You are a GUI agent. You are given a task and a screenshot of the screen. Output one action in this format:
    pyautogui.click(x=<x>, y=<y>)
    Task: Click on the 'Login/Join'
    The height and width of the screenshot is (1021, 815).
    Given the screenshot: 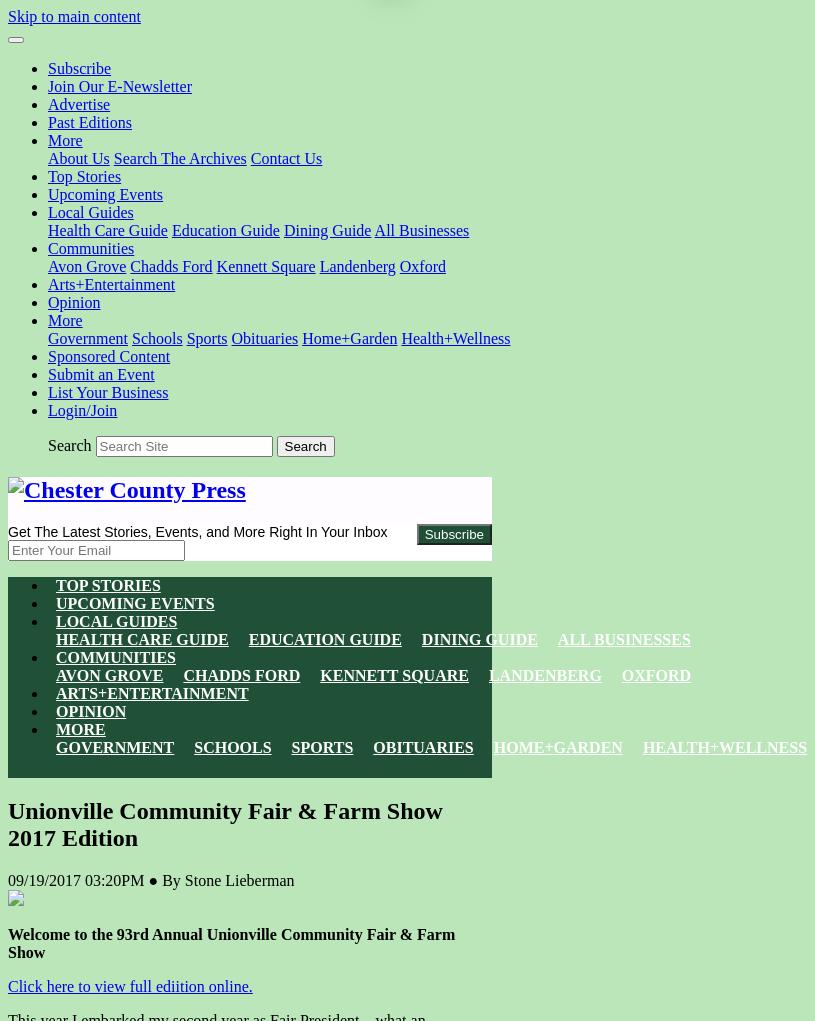 What is the action you would take?
    pyautogui.click(x=47, y=409)
    